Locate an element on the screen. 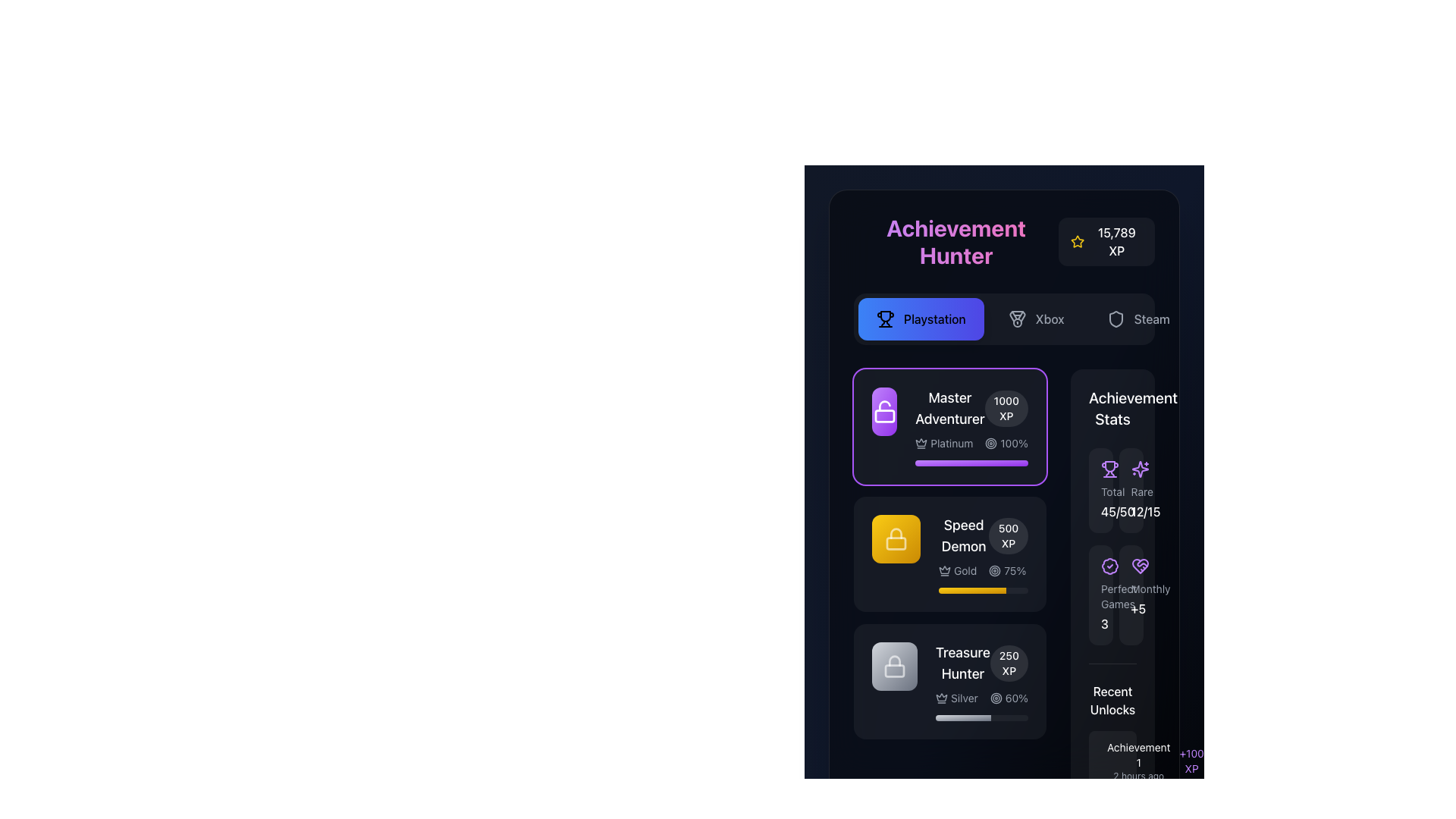  the 'Master Adventurer' label is located at coordinates (971, 408).